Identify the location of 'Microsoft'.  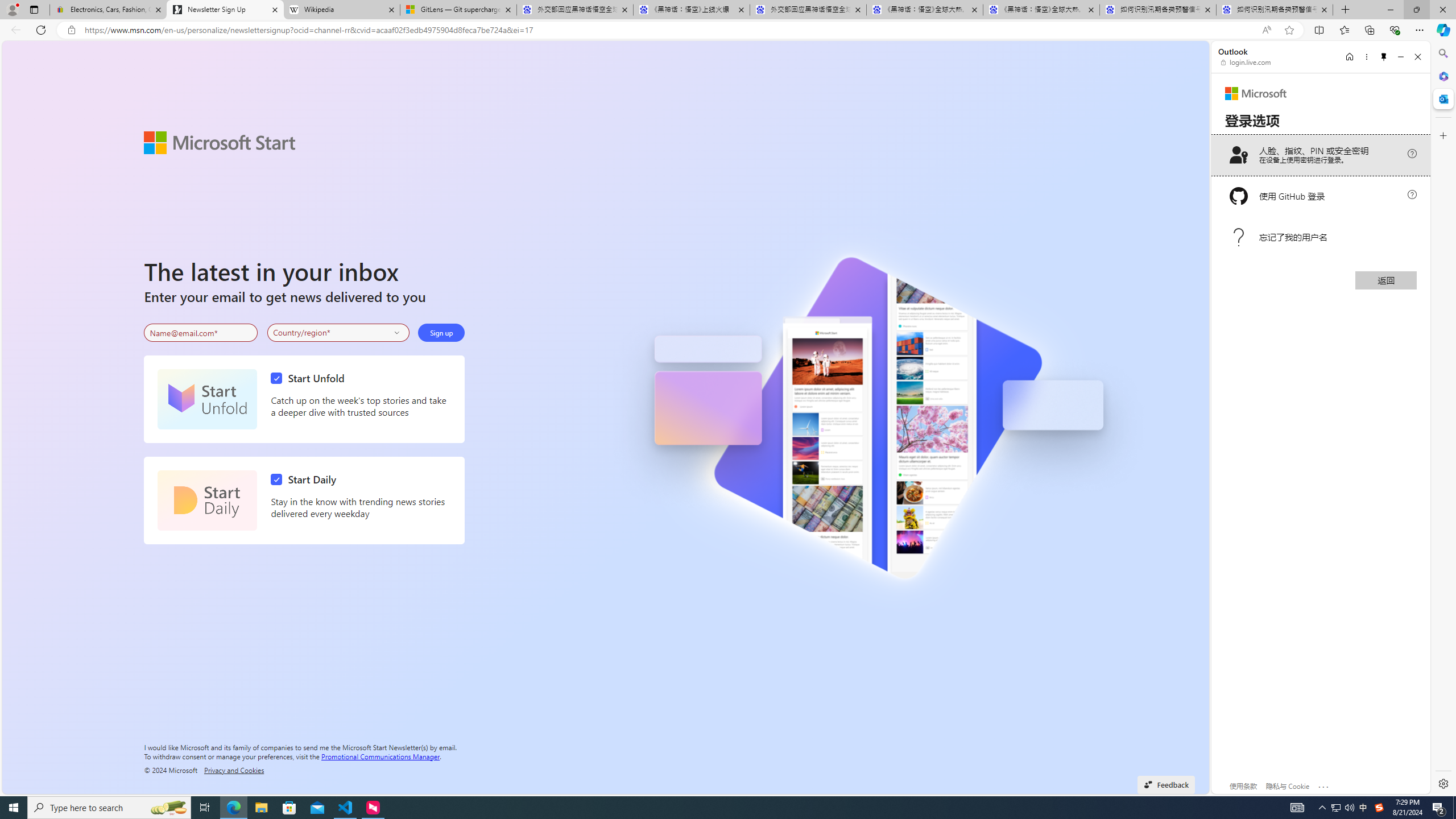
(1256, 93).